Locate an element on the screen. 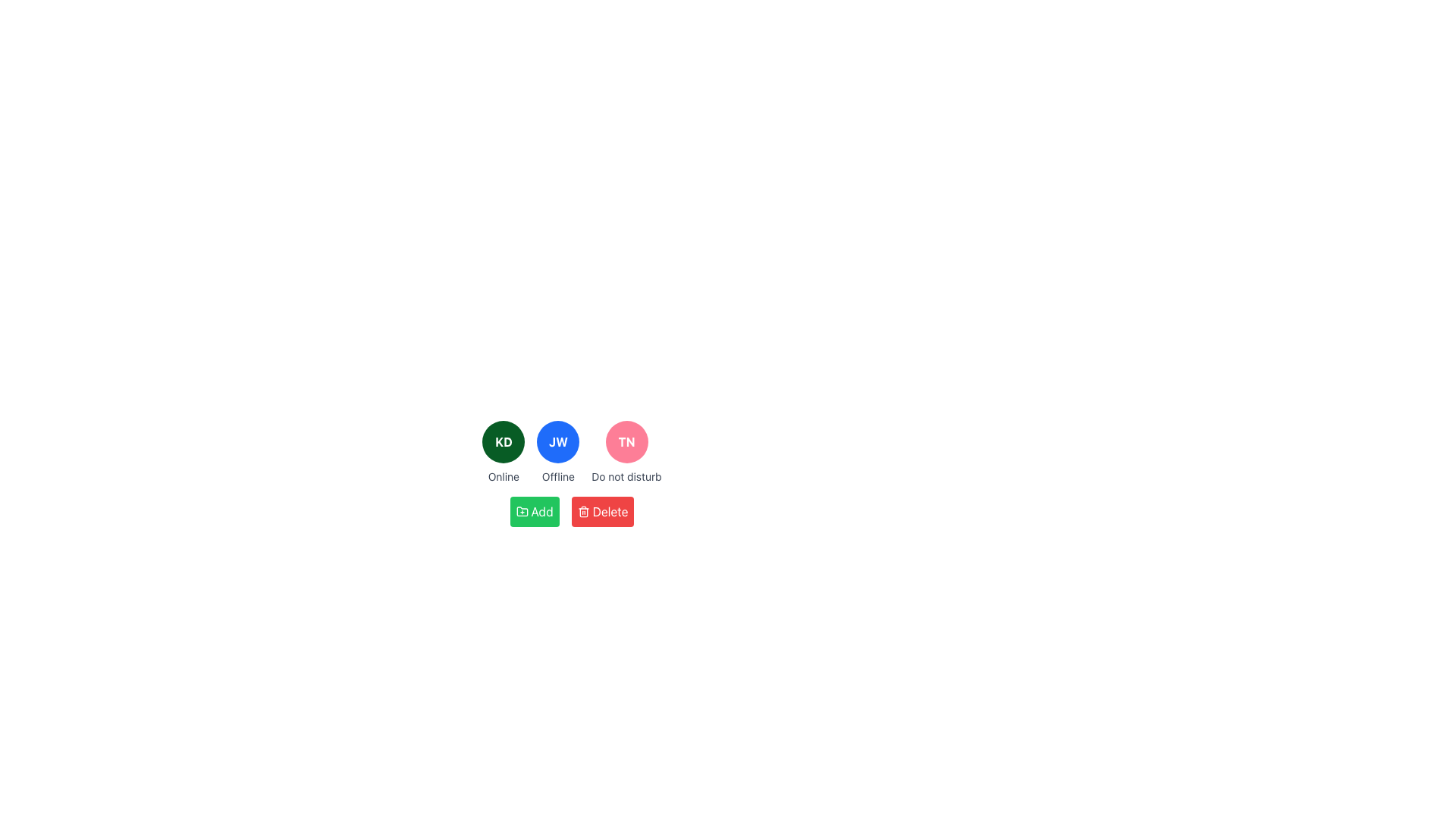 The image size is (1456, 819). the blue circular badge with white initials 'JW' and the text 'Offline' displayed below it, which is the second item in a row of three badges is located at coordinates (557, 452).